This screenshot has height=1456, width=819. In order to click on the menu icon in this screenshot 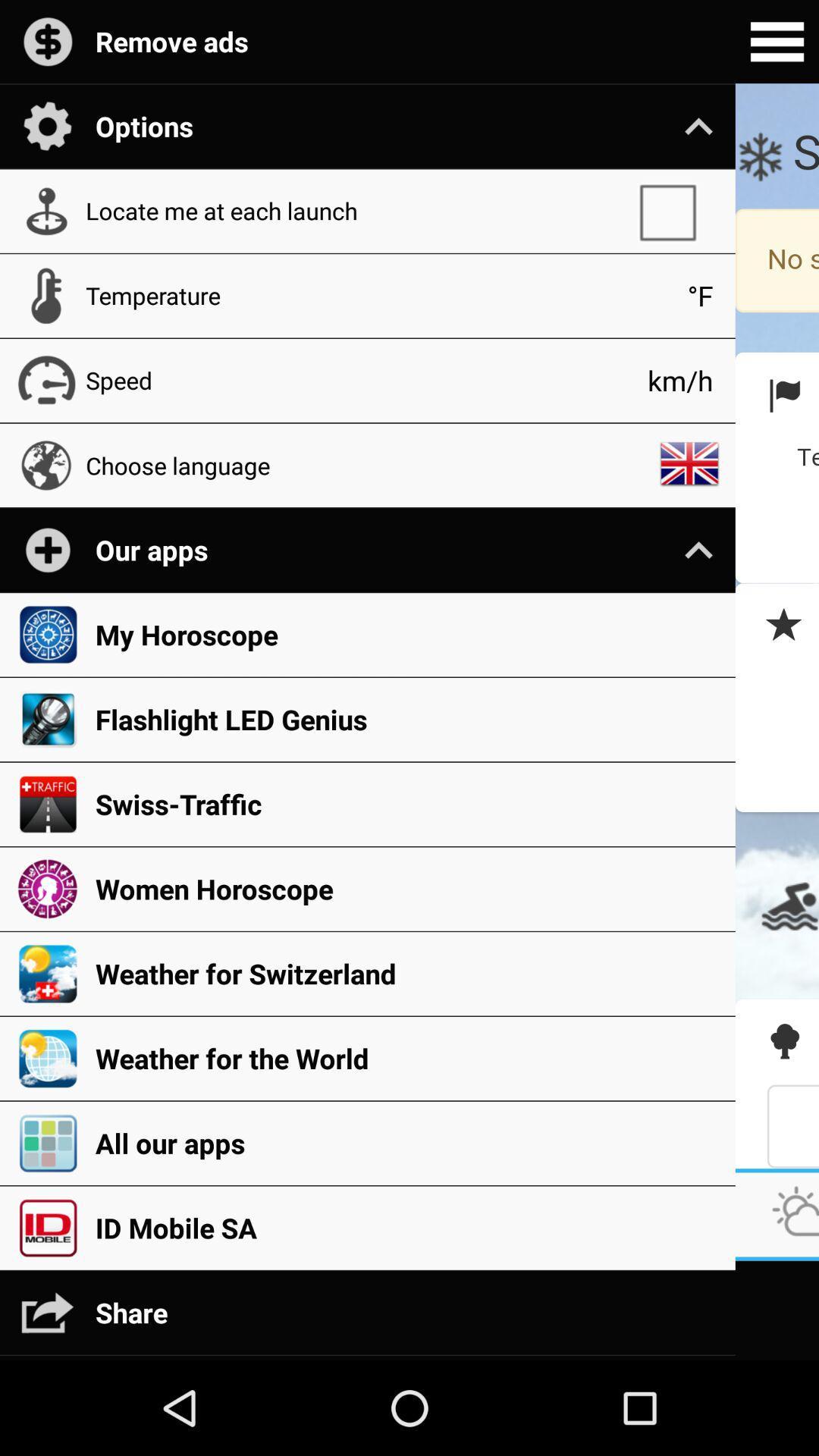, I will do `click(777, 44)`.